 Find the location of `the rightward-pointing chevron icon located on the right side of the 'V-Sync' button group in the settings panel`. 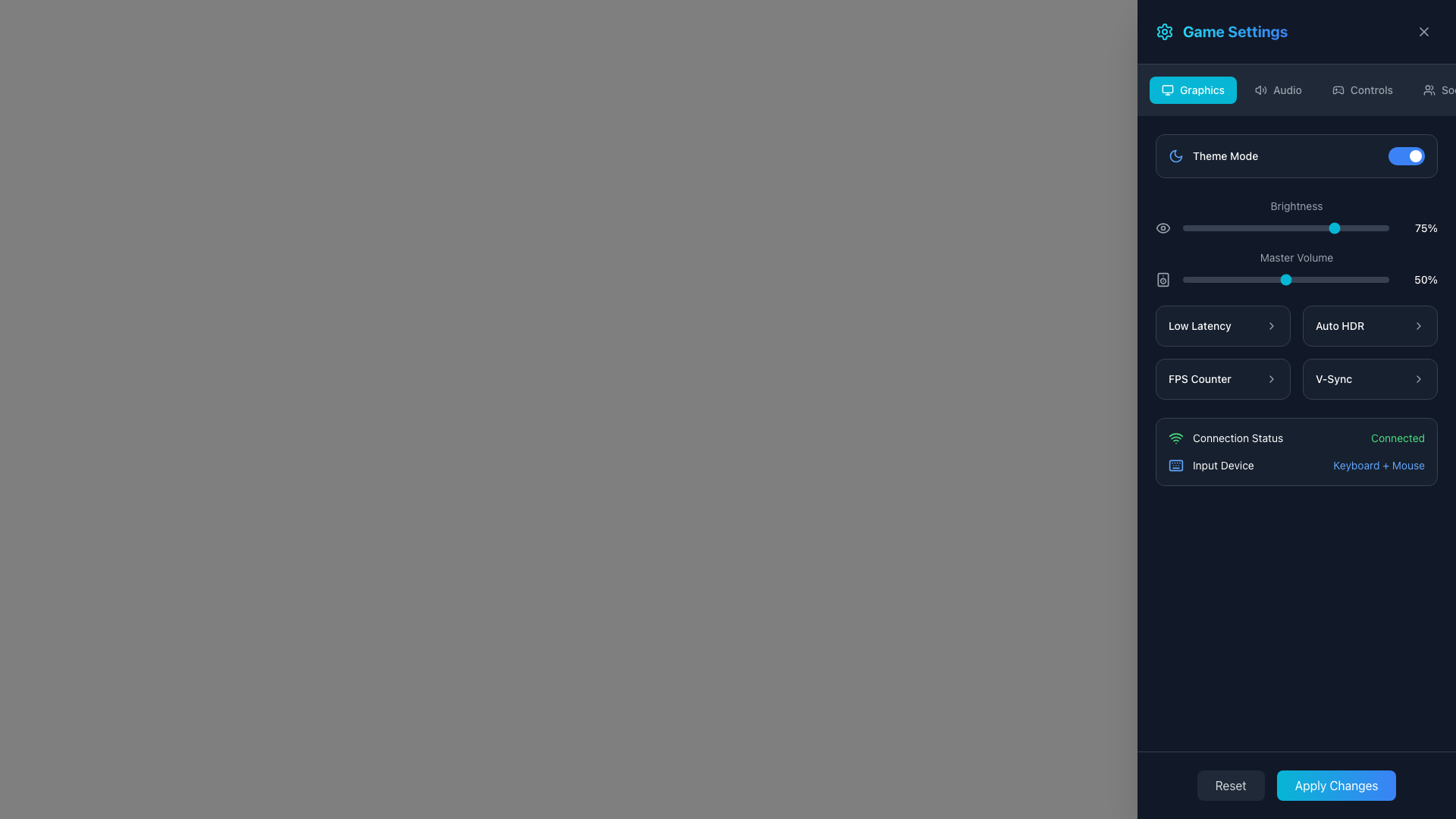

the rightward-pointing chevron icon located on the right side of the 'V-Sync' button group in the settings panel is located at coordinates (1418, 378).